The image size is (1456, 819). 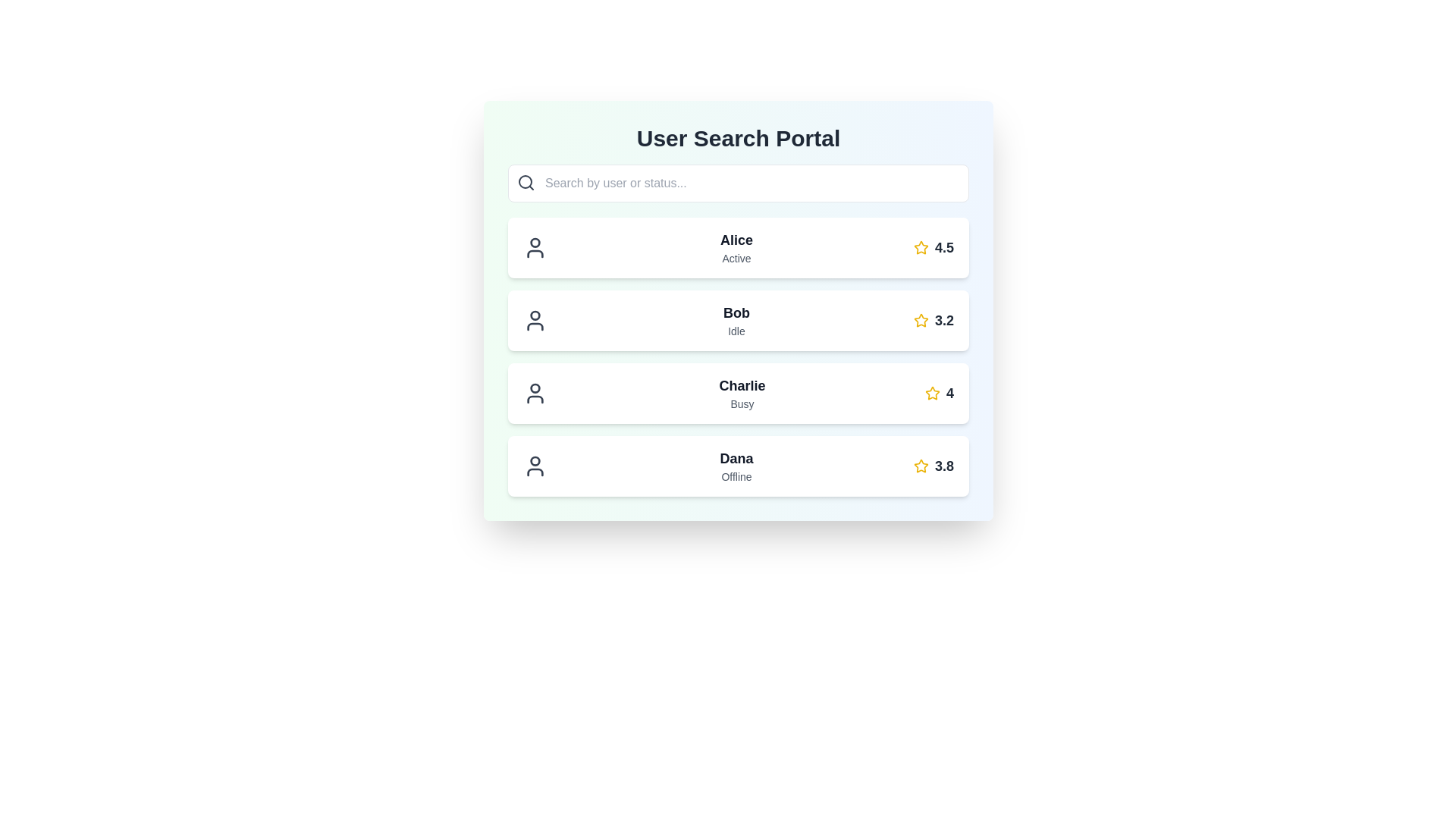 I want to click on the yellow outlined star icon displaying the rating '4.5' for user 'Alice', so click(x=933, y=247).